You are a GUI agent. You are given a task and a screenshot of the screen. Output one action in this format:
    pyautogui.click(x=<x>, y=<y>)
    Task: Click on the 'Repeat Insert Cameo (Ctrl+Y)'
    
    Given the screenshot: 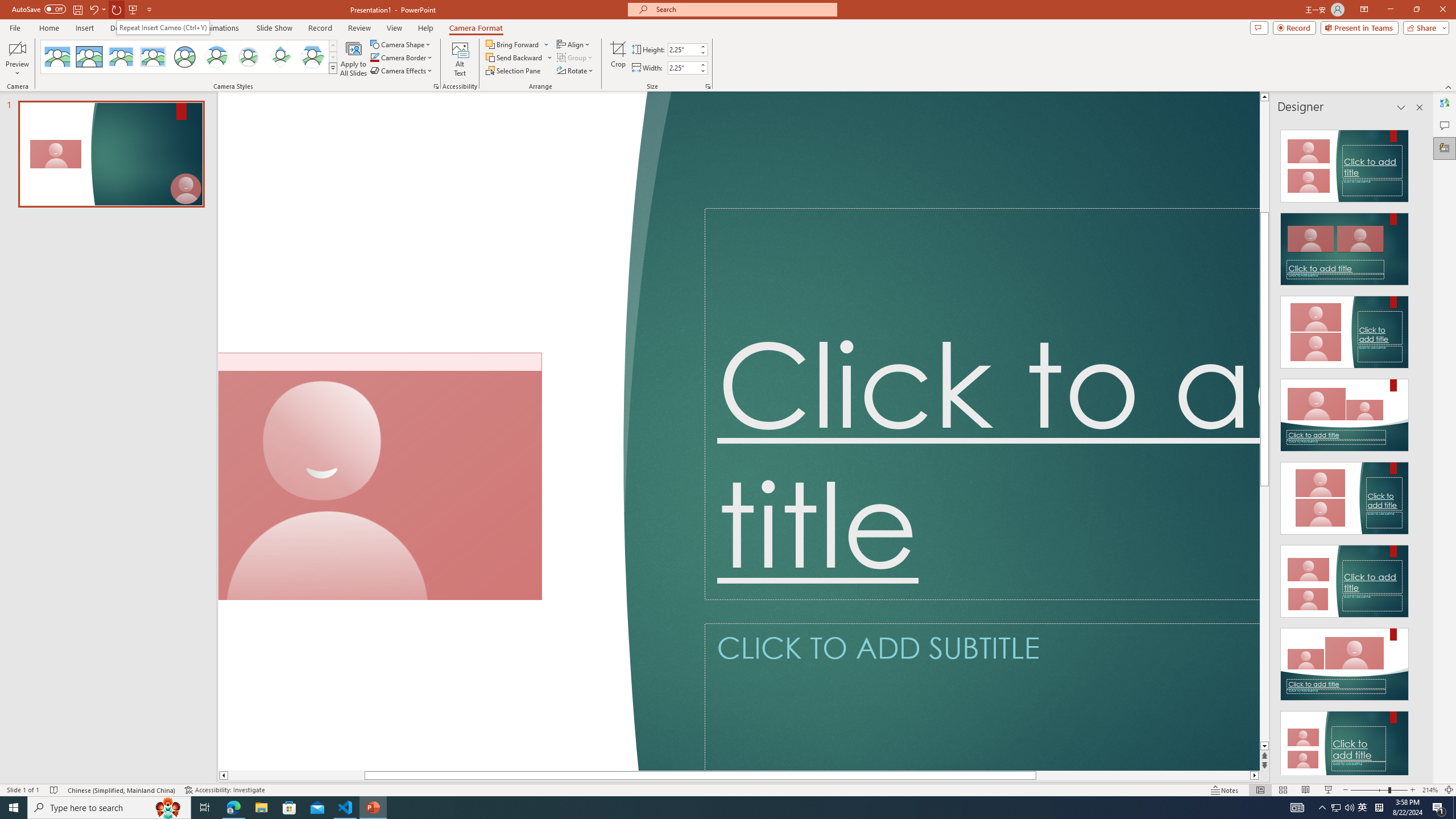 What is the action you would take?
    pyautogui.click(x=162, y=27)
    